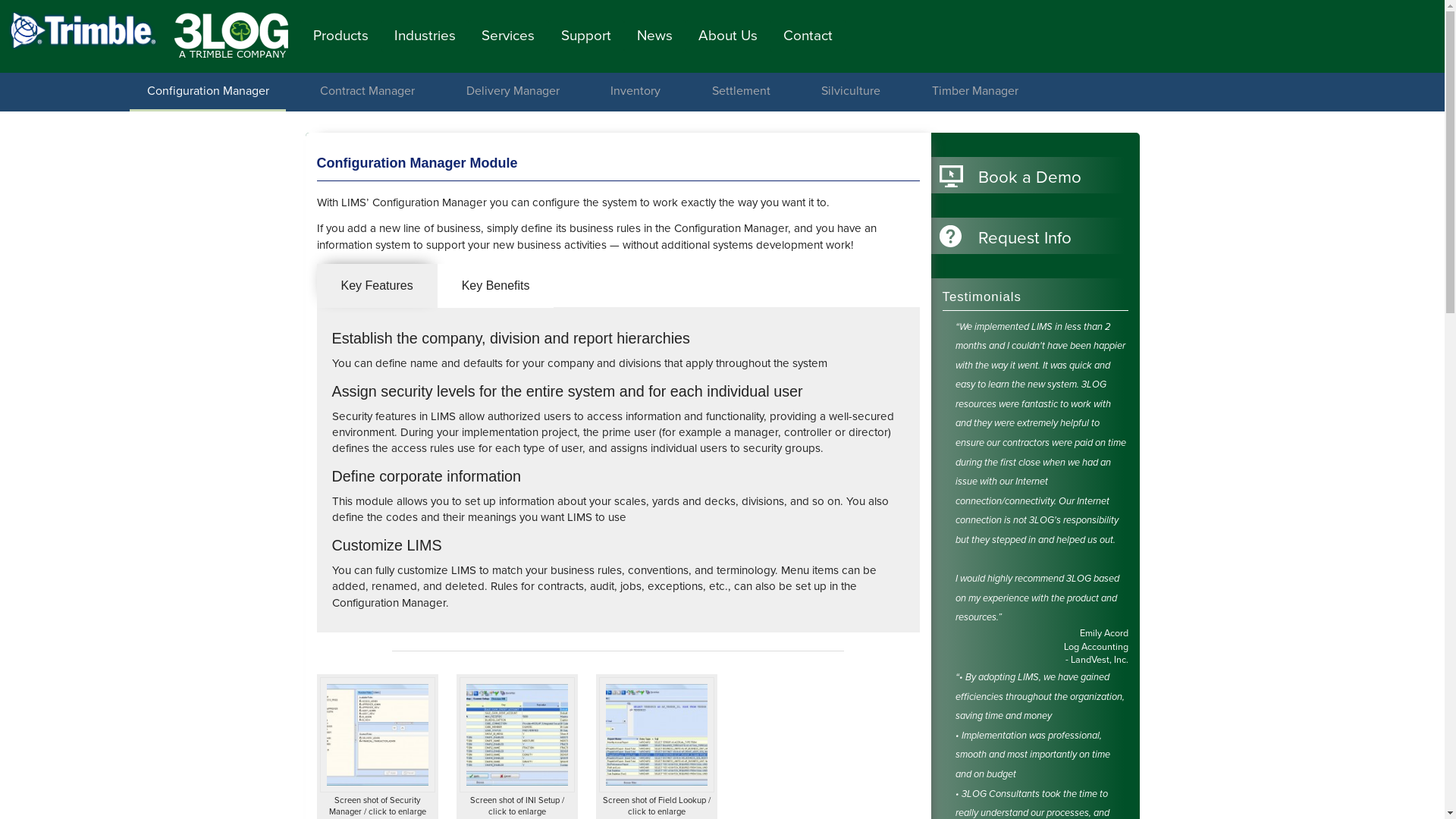  I want to click on 'Key Benefits', so click(436, 286).